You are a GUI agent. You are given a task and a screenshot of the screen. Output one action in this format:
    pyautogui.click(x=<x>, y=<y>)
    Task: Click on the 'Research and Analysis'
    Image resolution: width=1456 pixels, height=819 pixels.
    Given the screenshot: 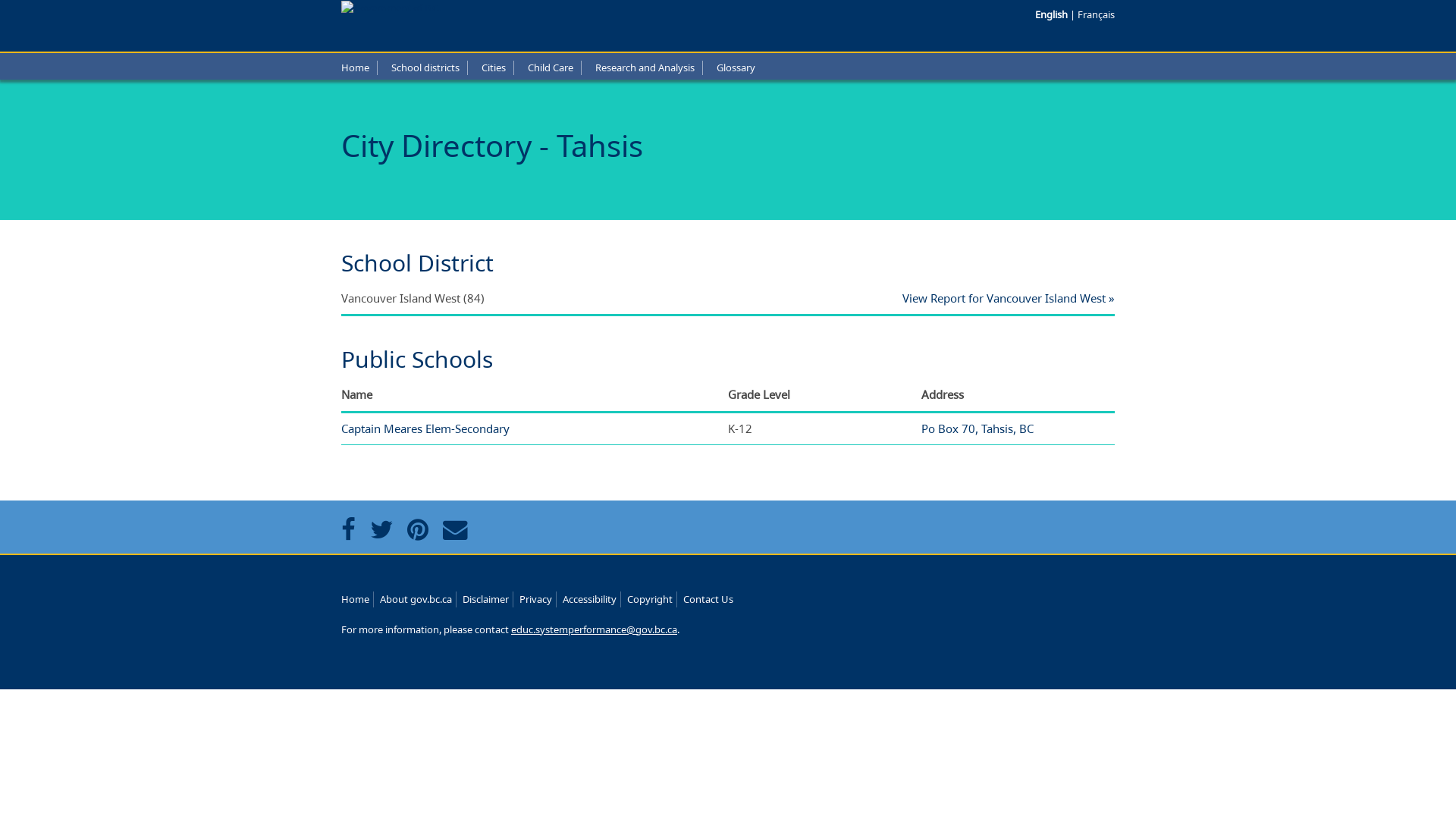 What is the action you would take?
    pyautogui.click(x=645, y=66)
    